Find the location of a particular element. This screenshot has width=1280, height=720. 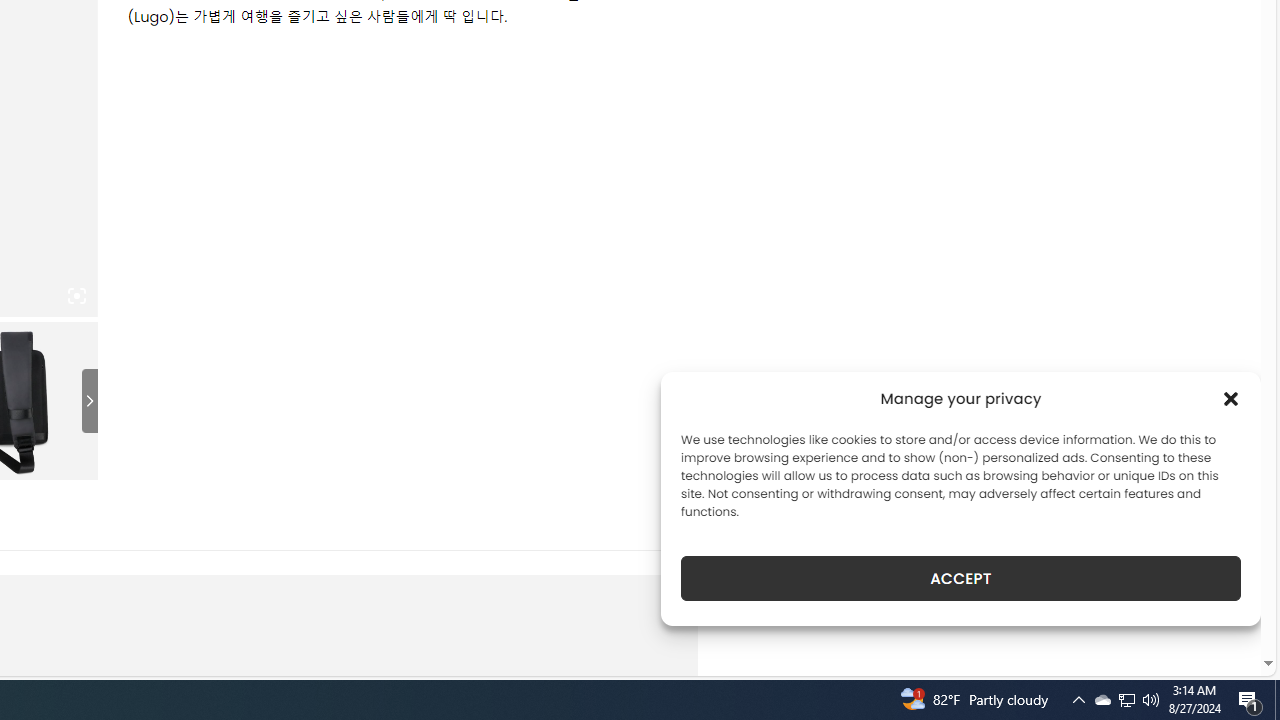

'Class: iconic-woothumbs-fullscreen' is located at coordinates (76, 296).